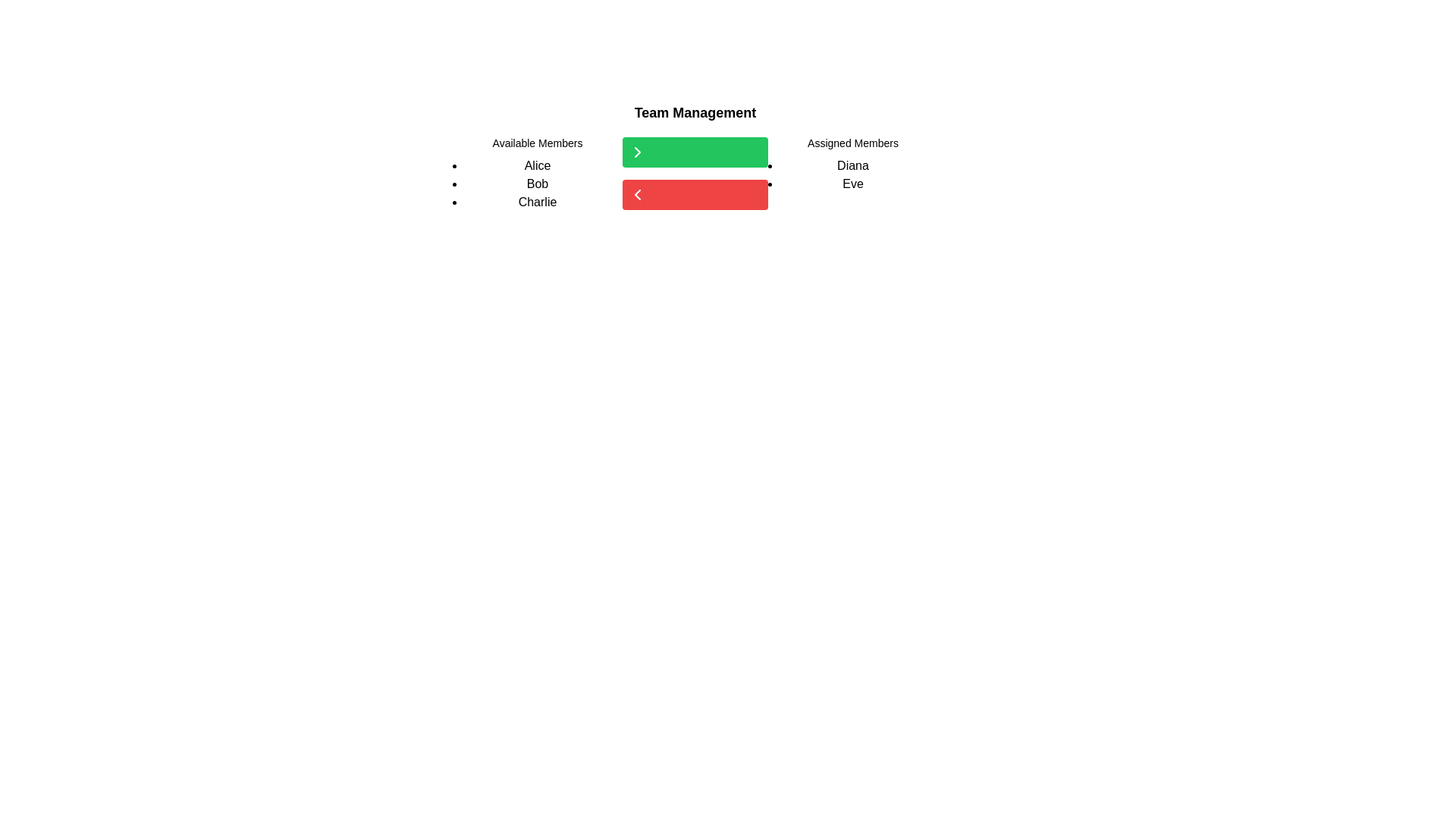  What do you see at coordinates (852, 172) in the screenshot?
I see `the Text Display Module that shows currently assigned members 'Diana' and 'Eve' under the 'Team Management' header` at bounding box center [852, 172].